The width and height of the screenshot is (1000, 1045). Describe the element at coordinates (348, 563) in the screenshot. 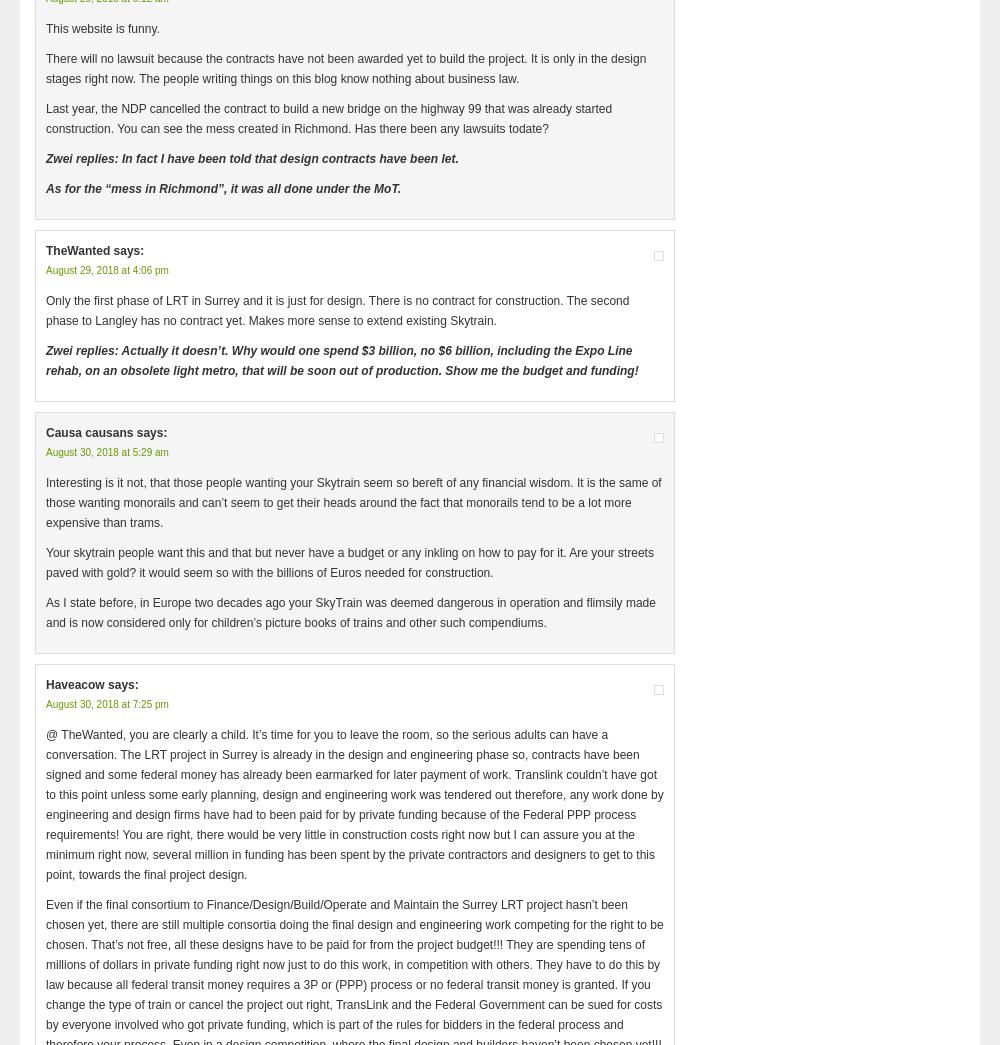

I see `'Your skytrain people want this and that but never have a budget or any inkling on how to pay for it. Are your streets paved with gold? it would seem so with the billions of Euros needed  for construction.'` at that location.